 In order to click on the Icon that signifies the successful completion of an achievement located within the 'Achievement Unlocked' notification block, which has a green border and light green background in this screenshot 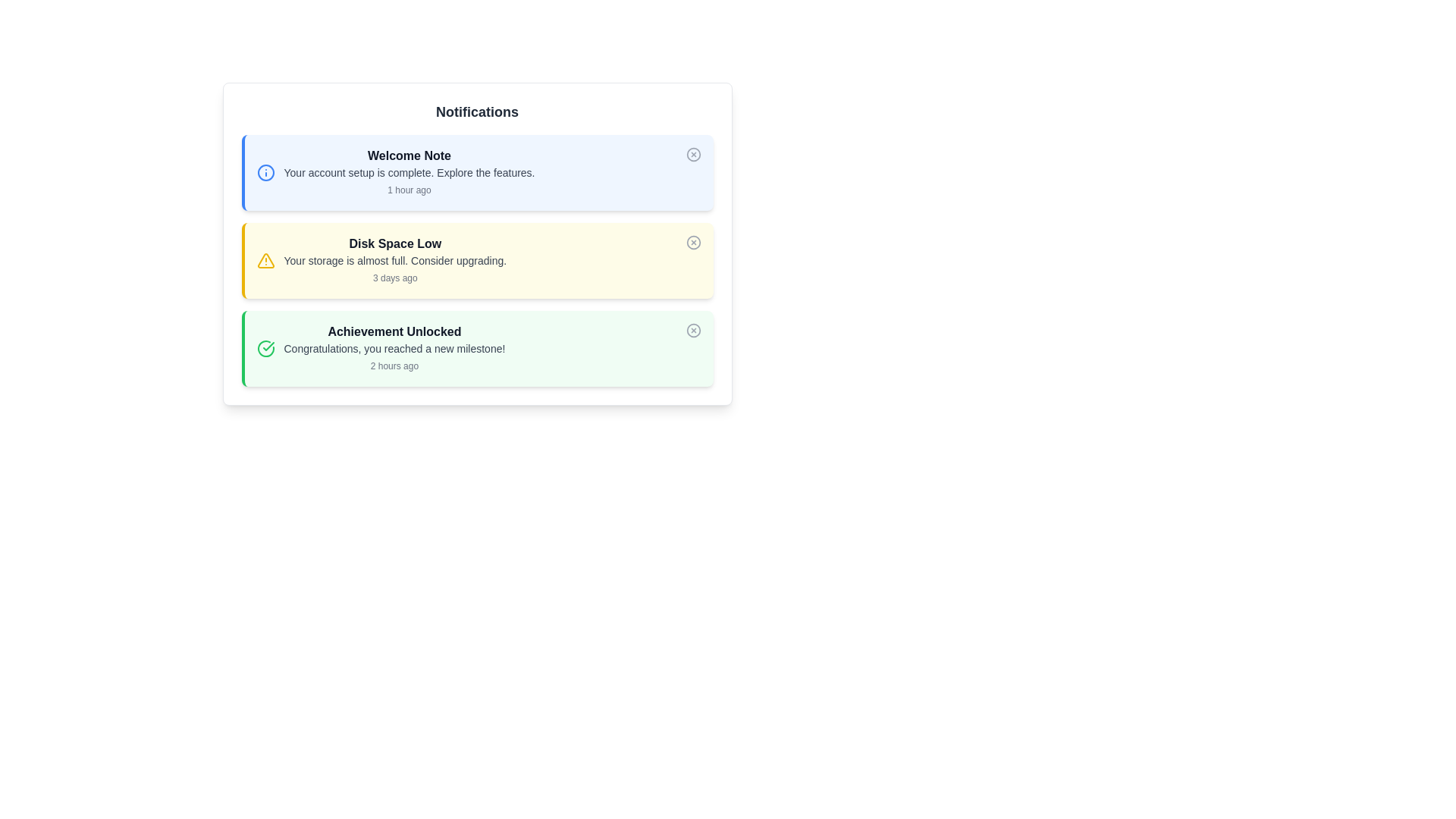, I will do `click(265, 348)`.